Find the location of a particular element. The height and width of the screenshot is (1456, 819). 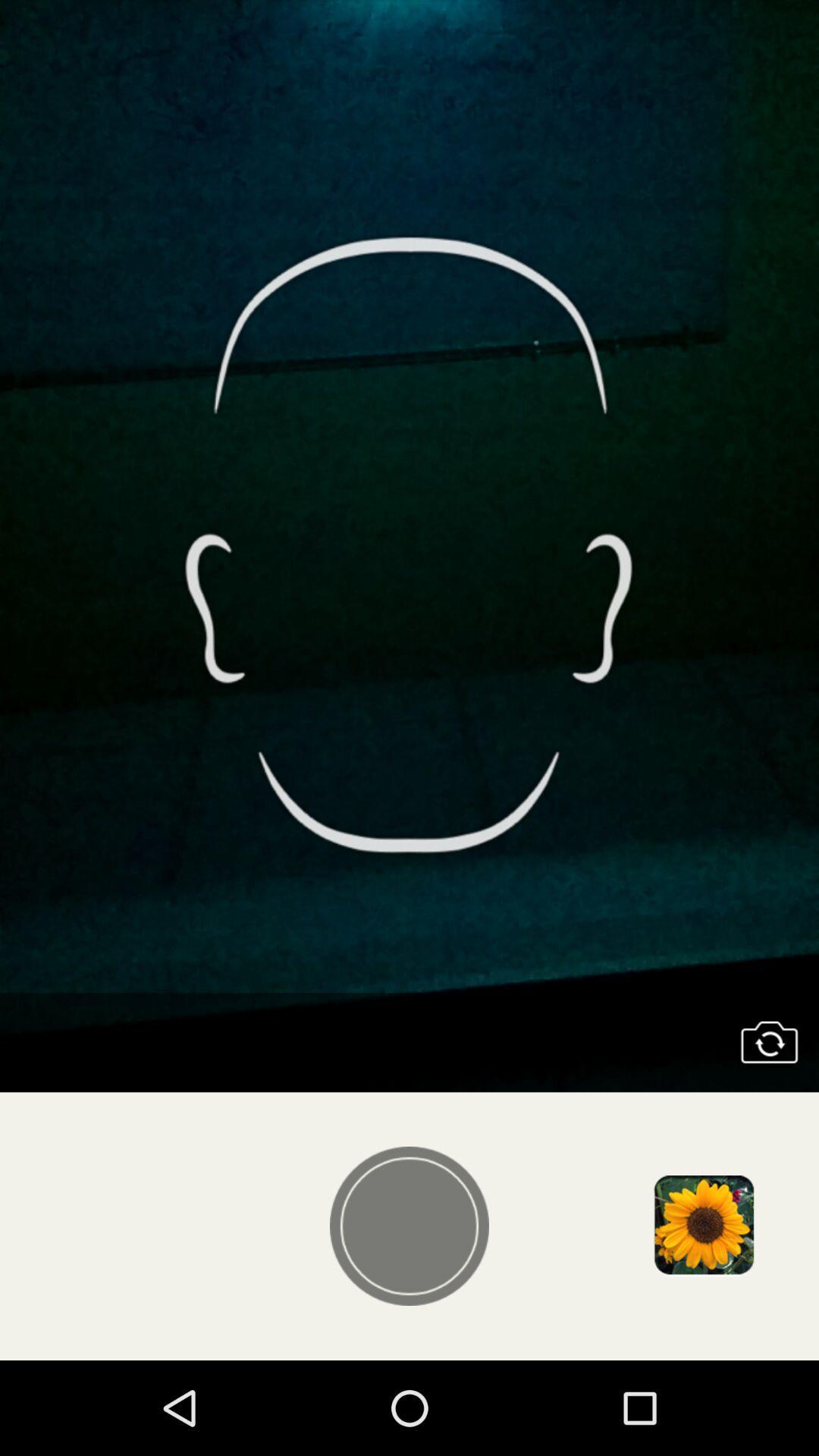

access phone 's camera is located at coordinates (769, 1042).